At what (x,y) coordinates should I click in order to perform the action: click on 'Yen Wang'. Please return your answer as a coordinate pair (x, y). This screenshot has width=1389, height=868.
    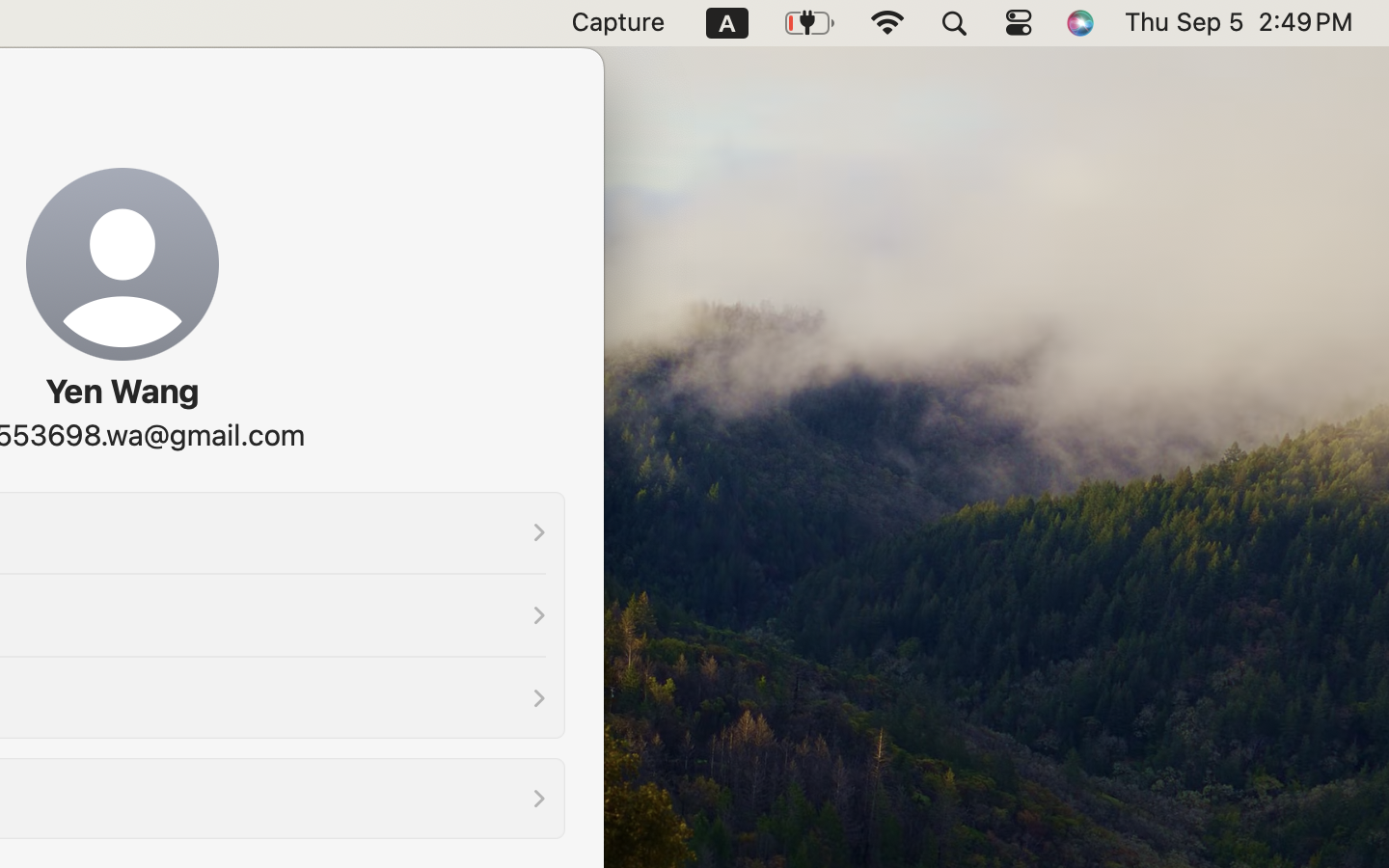
    Looking at the image, I should click on (120, 391).